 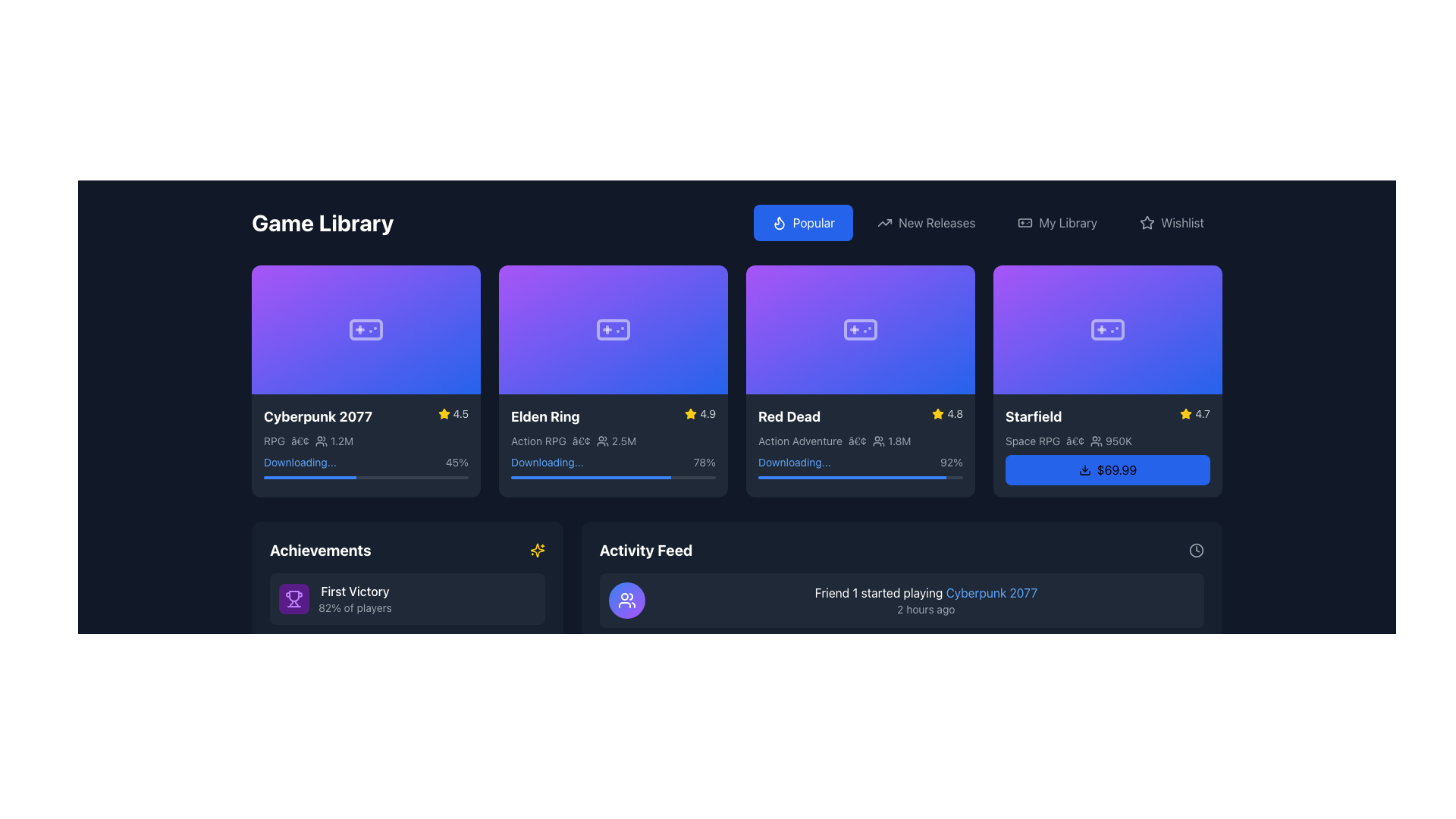 What do you see at coordinates (294, 717) in the screenshot?
I see `the decorative vector graphic representing an achievement in the 'First Victory' card located in the Achievements section` at bounding box center [294, 717].